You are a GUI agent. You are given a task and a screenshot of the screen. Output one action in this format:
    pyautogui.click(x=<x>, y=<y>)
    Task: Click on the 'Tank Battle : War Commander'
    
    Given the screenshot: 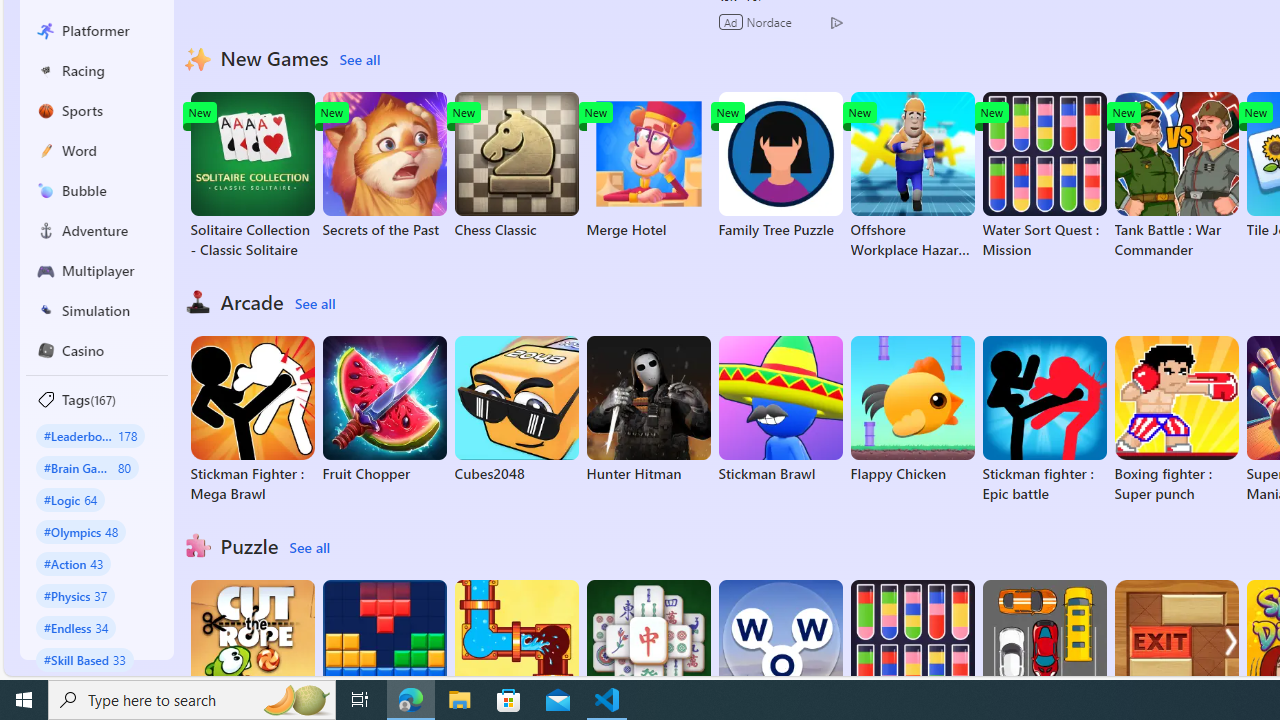 What is the action you would take?
    pyautogui.click(x=1176, y=175)
    